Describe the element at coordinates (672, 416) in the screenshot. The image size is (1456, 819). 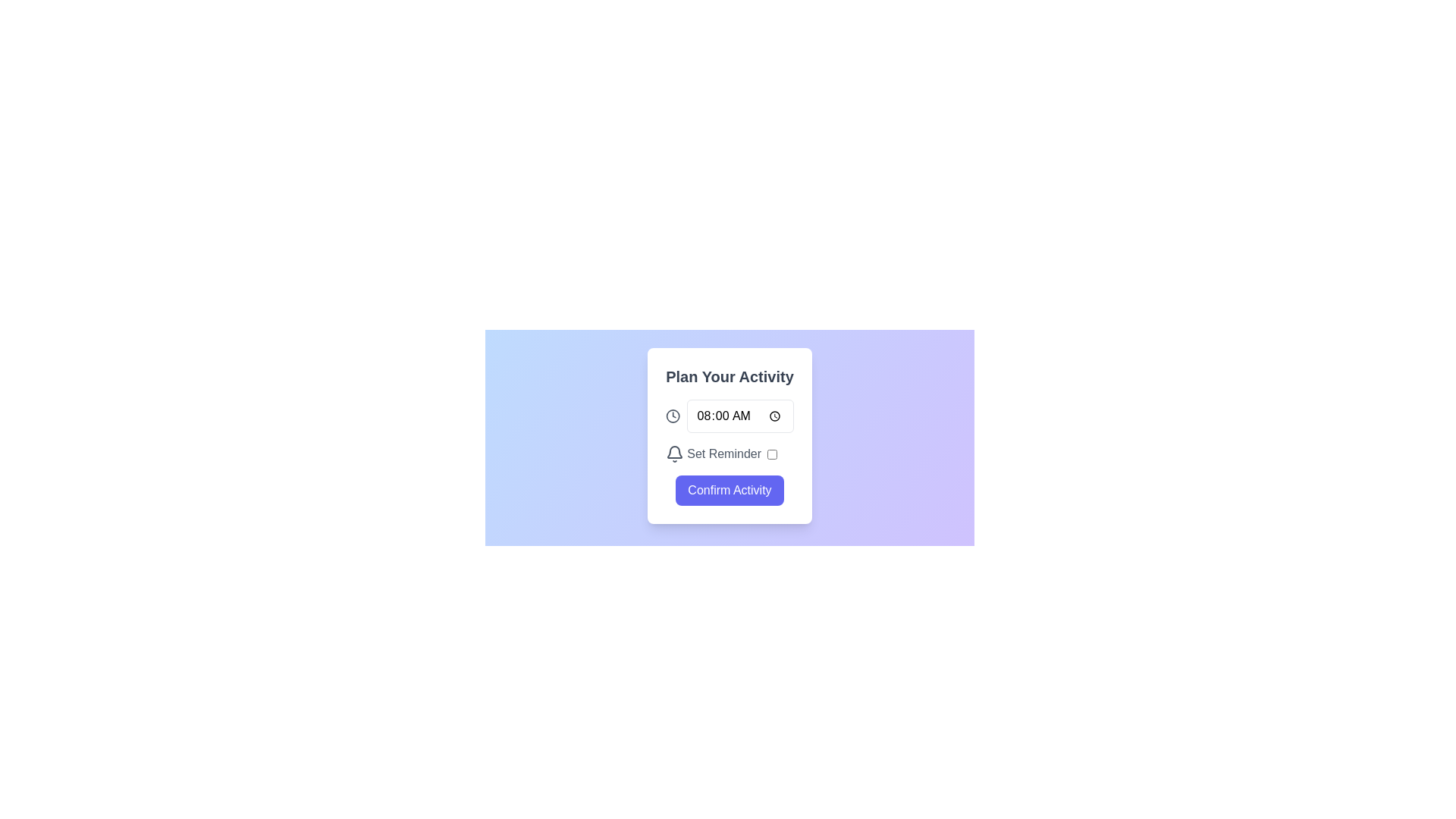
I see `the surrounding clock icon, which visually represents the outer boundary of a clock and is located to the right of the time input field within the 'Plan Your Activity' card layout` at that location.